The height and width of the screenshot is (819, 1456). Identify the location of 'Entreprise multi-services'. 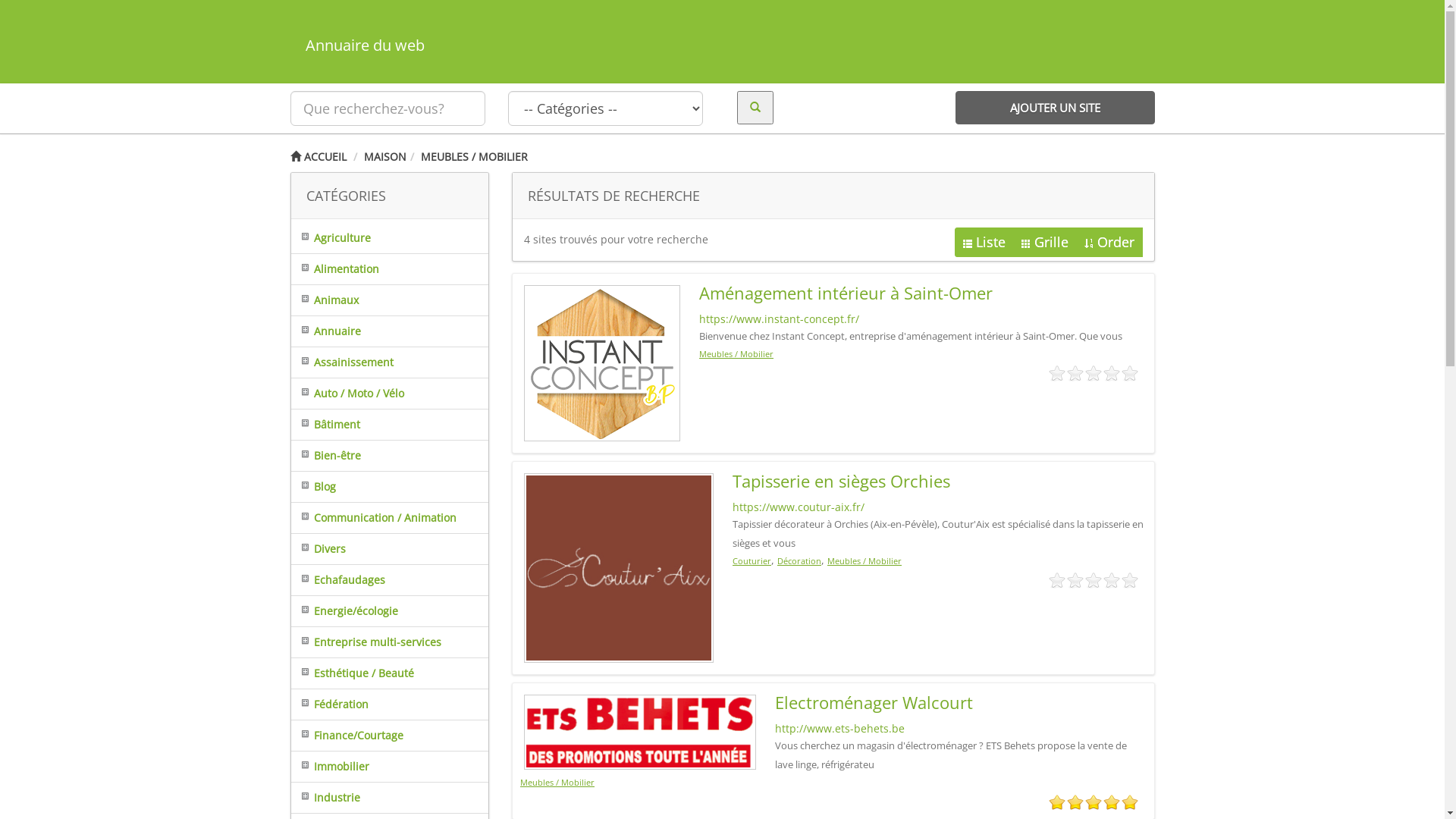
(366, 642).